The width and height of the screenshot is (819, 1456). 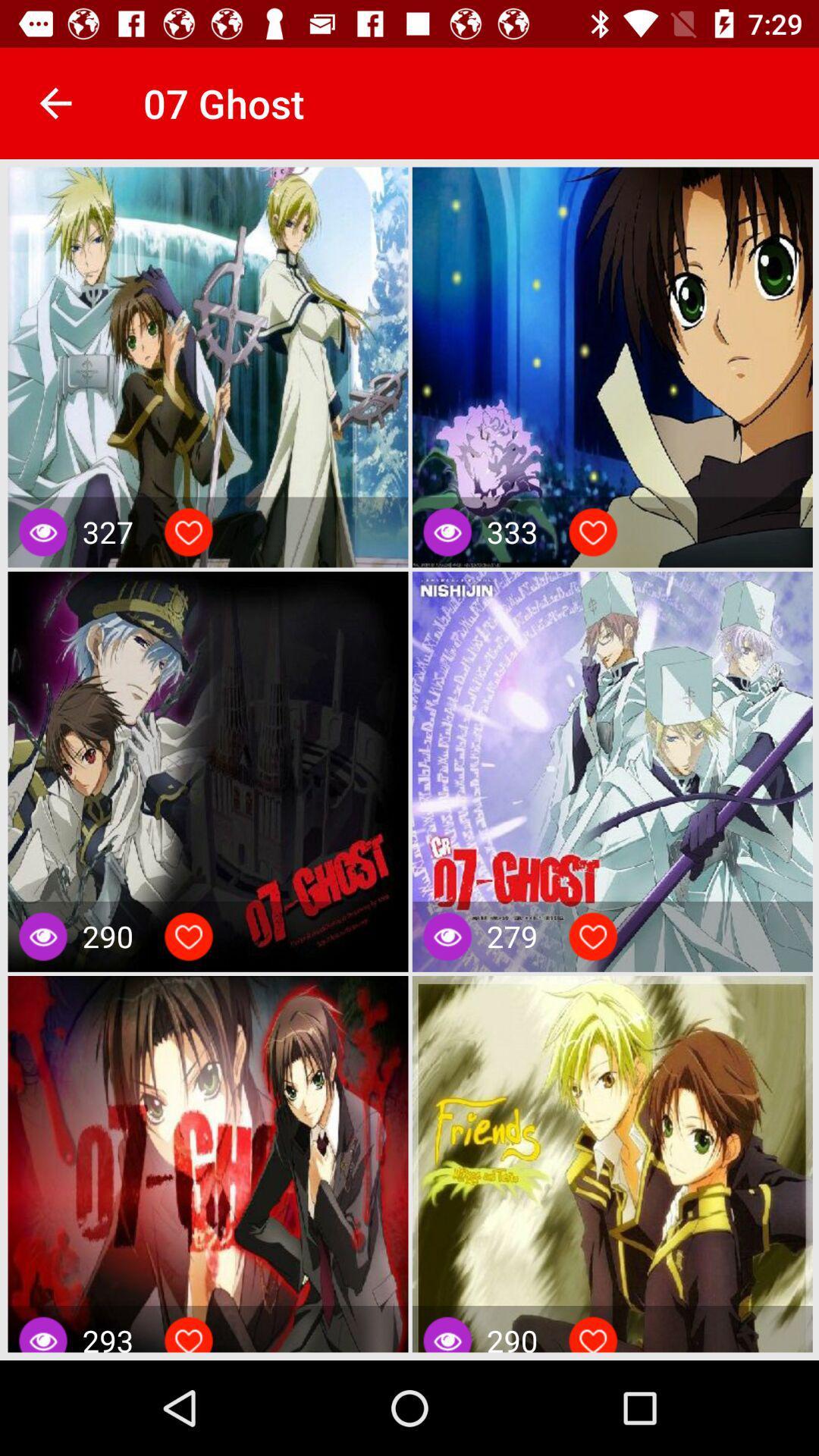 I want to click on indicate favorite, so click(x=188, y=936).